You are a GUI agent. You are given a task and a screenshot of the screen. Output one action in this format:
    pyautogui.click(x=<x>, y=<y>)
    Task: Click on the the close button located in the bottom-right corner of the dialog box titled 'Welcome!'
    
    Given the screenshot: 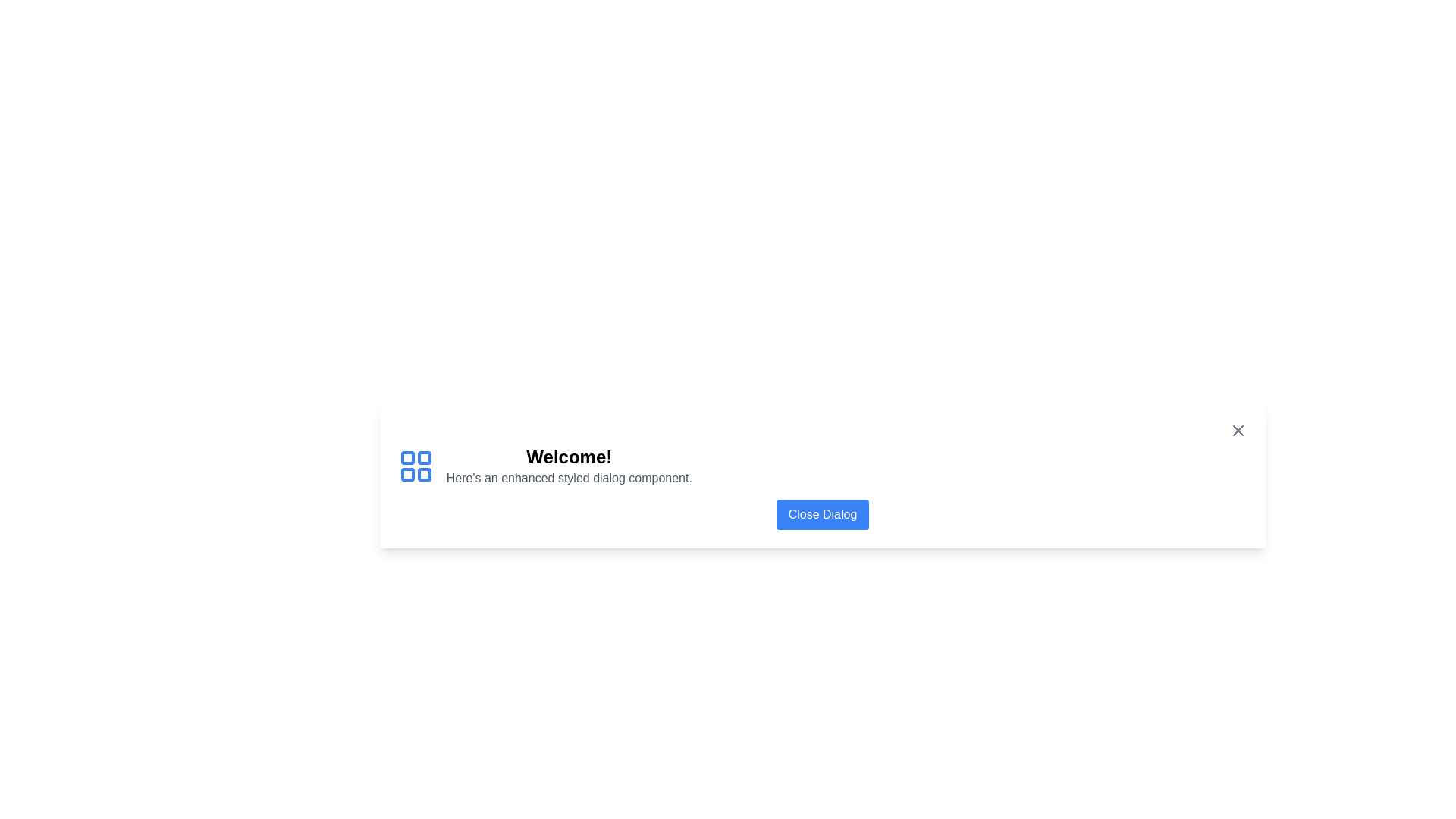 What is the action you would take?
    pyautogui.click(x=821, y=513)
    